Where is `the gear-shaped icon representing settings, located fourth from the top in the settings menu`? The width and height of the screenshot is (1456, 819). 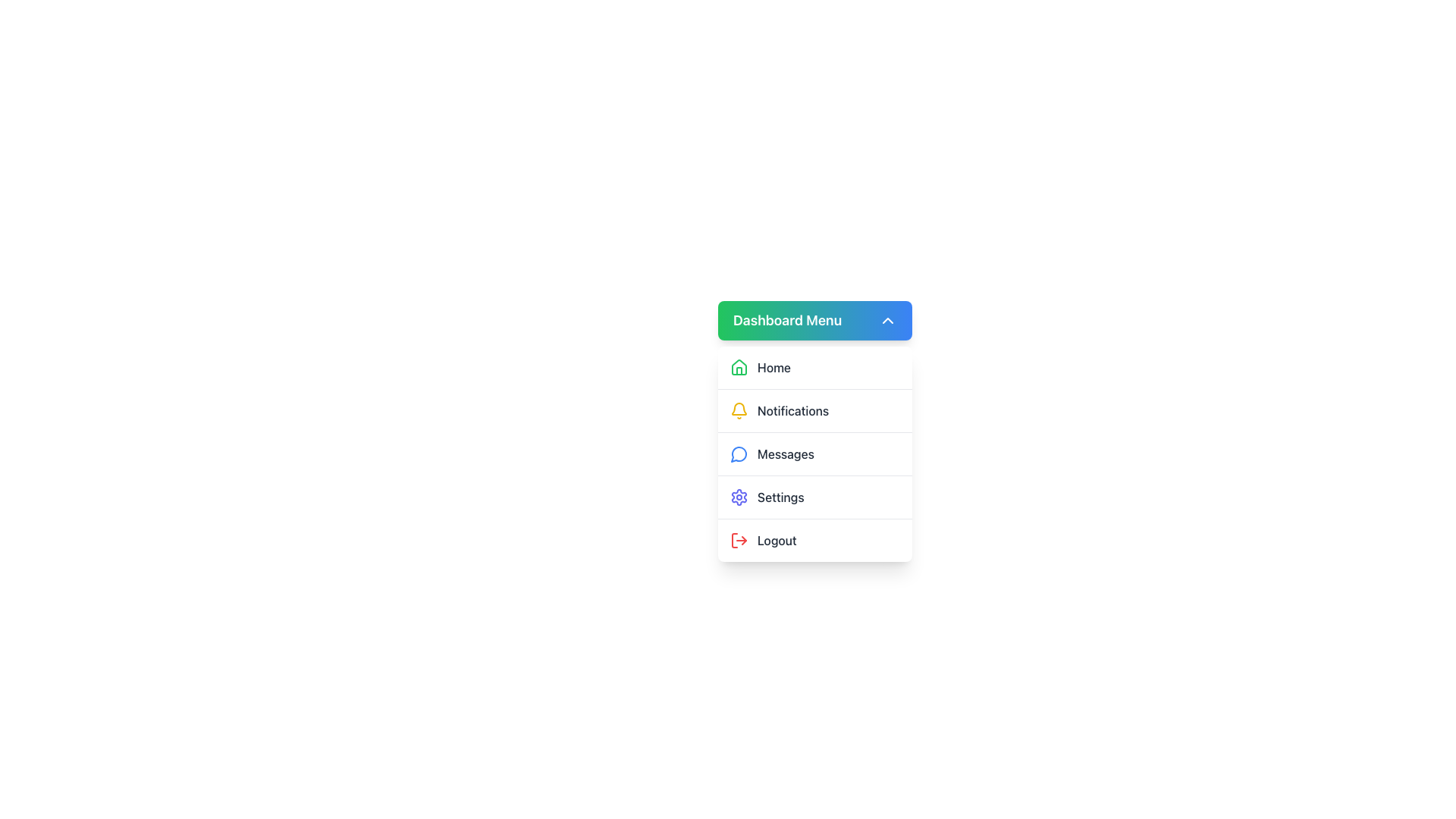 the gear-shaped icon representing settings, located fourth from the top in the settings menu is located at coordinates (739, 497).